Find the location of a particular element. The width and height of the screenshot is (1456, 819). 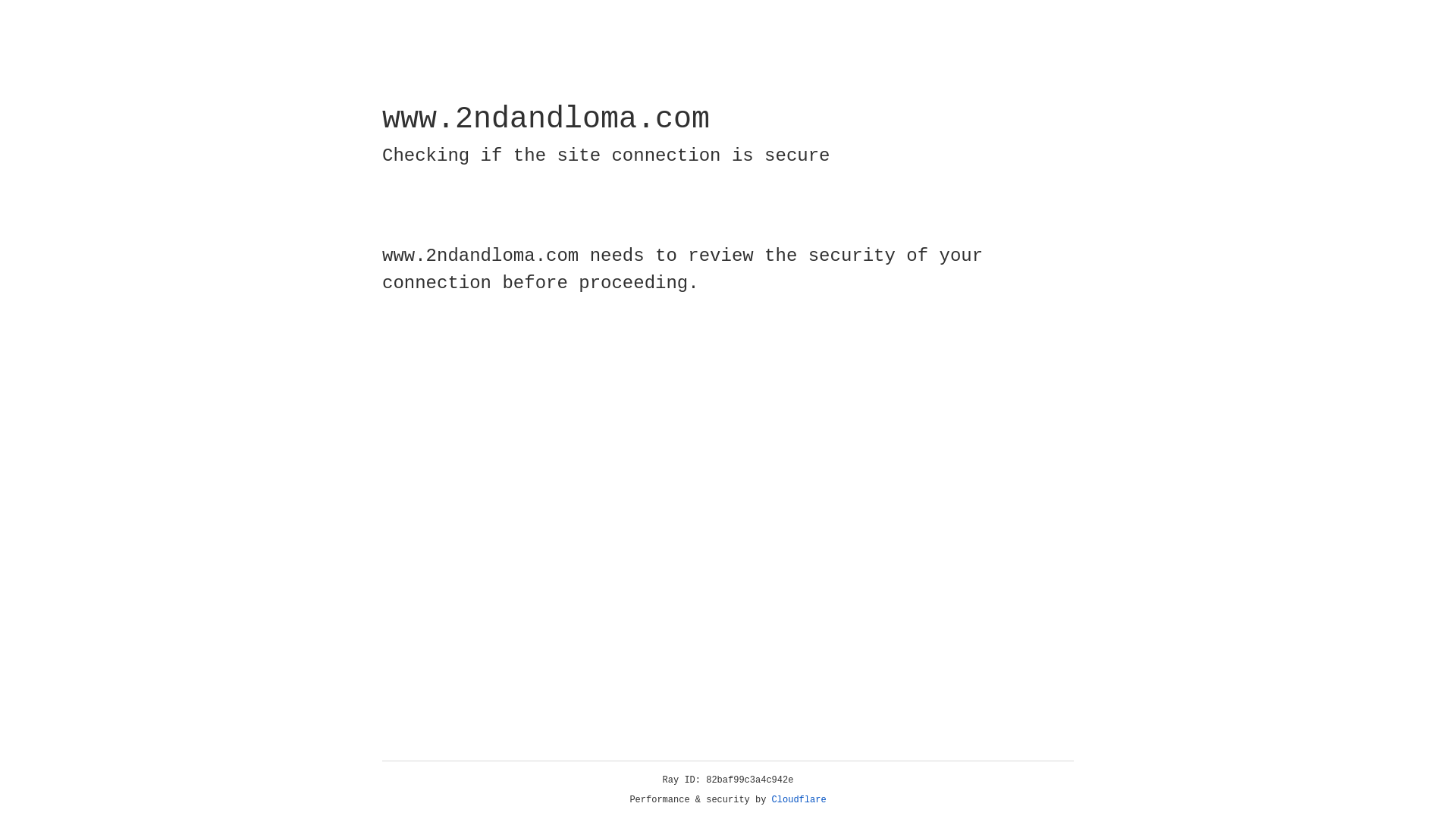

'Cloudflare' is located at coordinates (799, 799).